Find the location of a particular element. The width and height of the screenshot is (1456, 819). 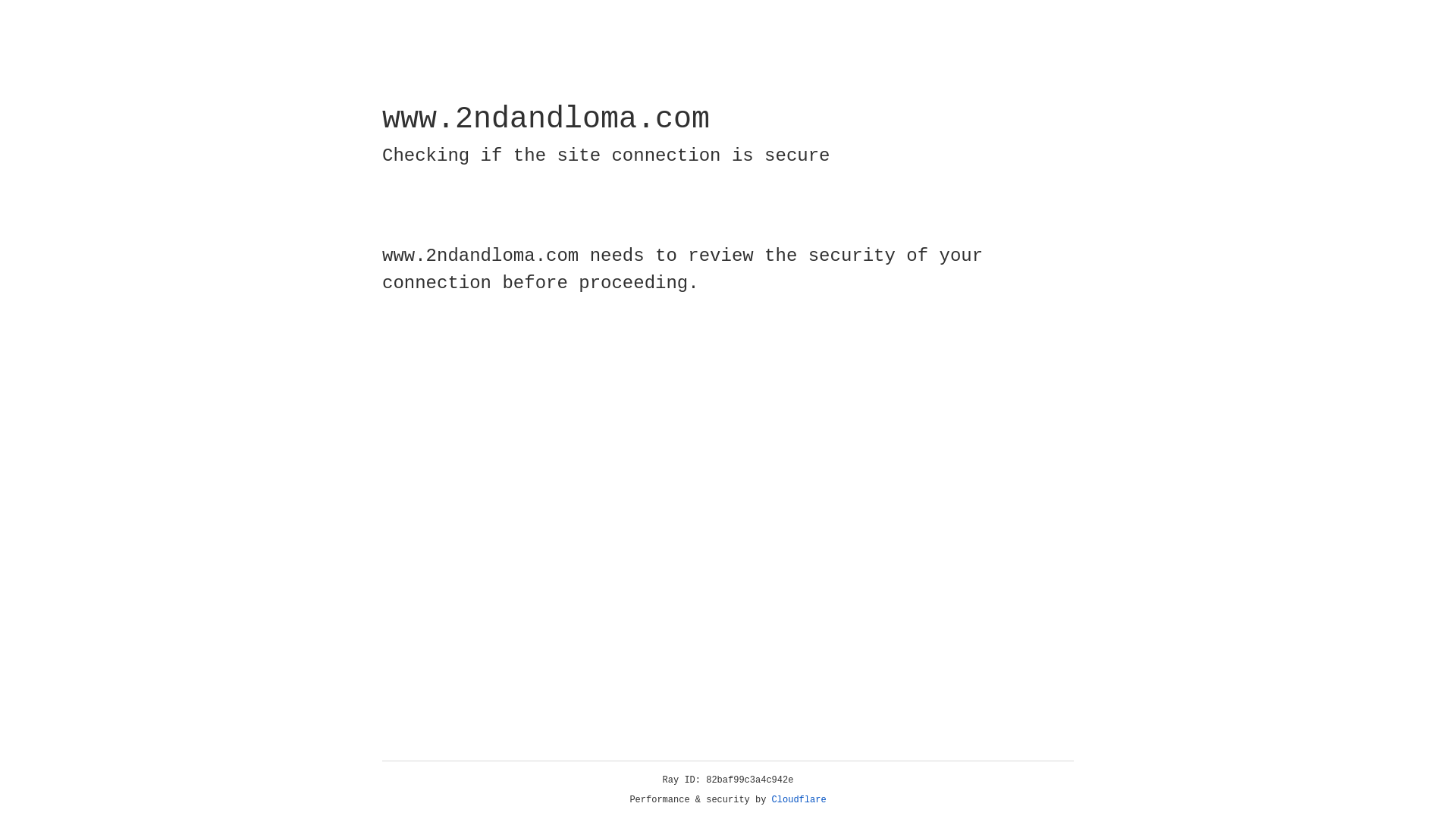

'Cloudflare' is located at coordinates (799, 799).